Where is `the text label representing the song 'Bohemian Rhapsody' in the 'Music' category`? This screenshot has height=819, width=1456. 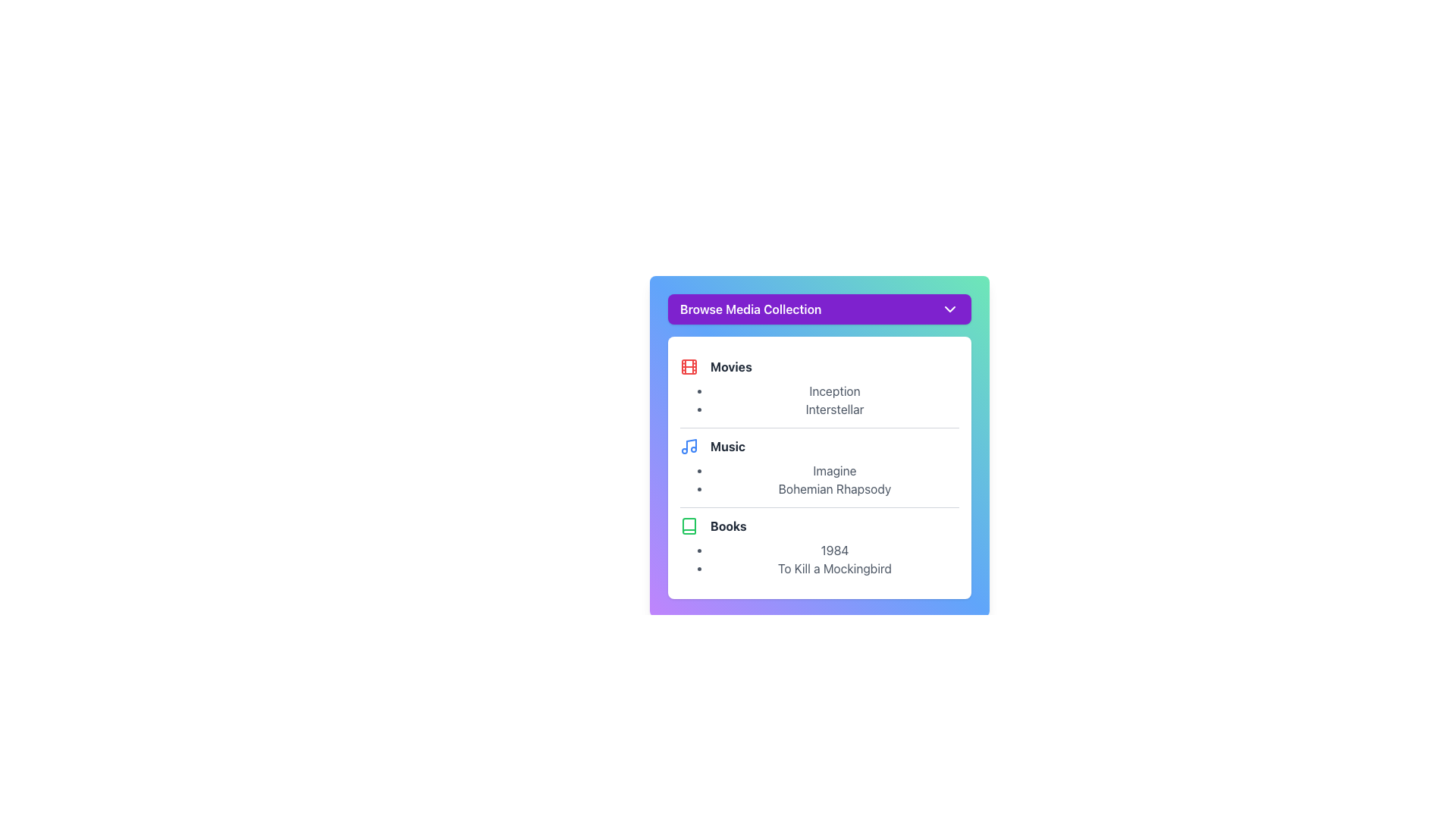 the text label representing the song 'Bohemian Rhapsody' in the 'Music' category is located at coordinates (833, 488).